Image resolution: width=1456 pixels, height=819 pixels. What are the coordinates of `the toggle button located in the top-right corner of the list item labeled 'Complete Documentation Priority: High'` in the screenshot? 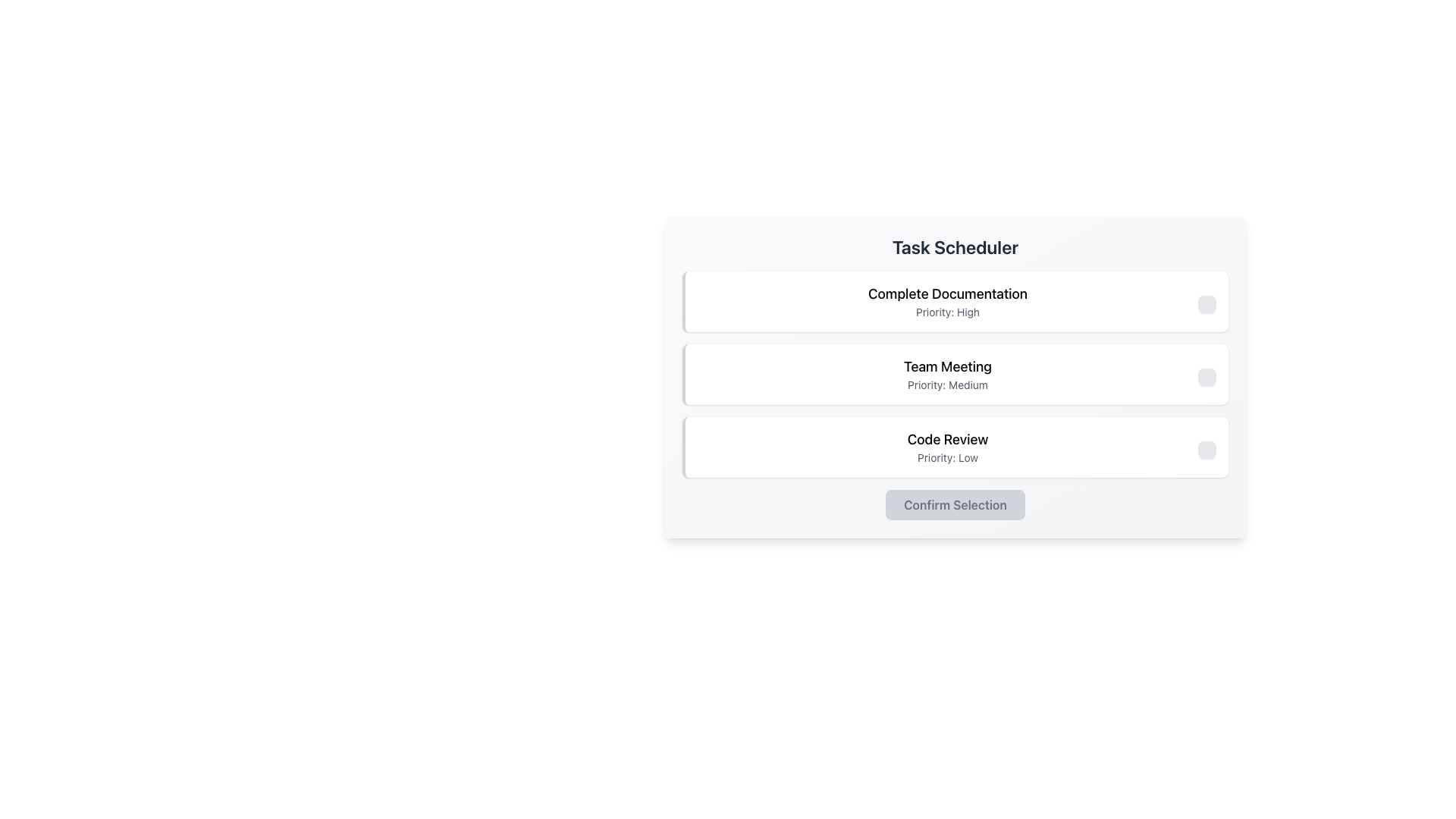 It's located at (1207, 304).